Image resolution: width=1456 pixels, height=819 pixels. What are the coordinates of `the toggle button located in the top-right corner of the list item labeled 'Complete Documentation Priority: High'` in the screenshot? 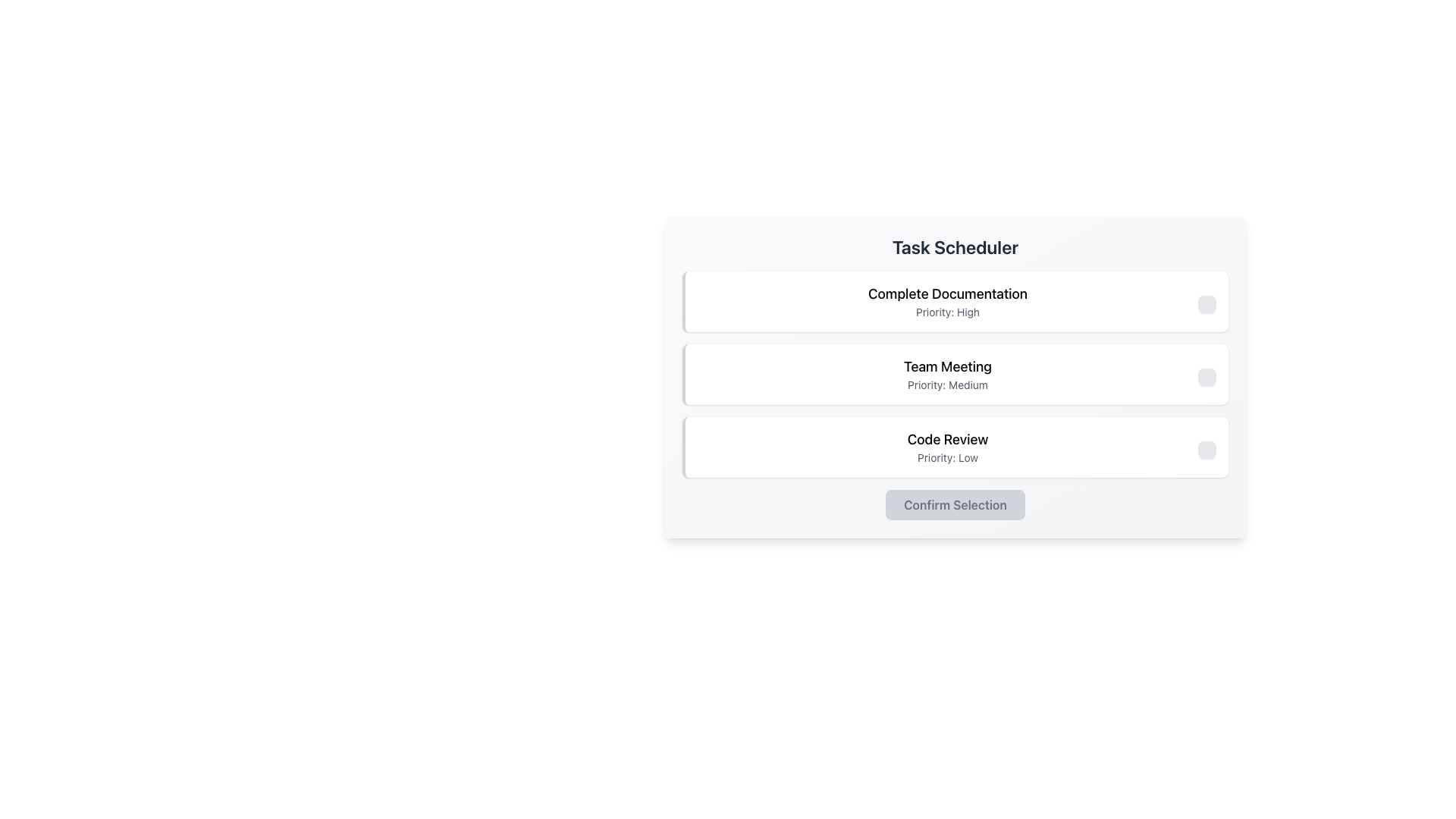 It's located at (1207, 304).